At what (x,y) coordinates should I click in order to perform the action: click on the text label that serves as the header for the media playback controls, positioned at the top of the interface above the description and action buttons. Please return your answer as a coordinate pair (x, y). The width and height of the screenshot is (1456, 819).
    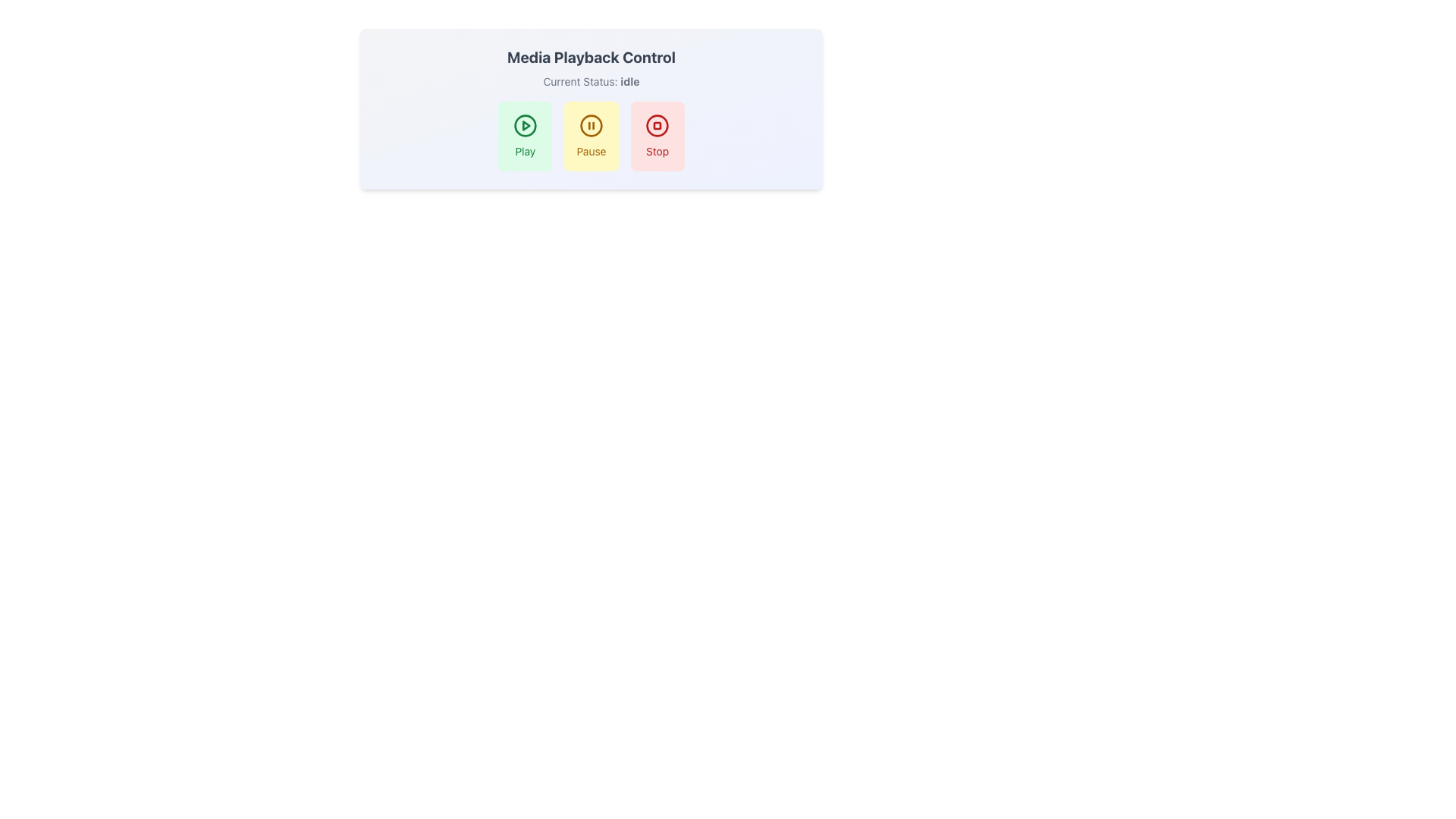
    Looking at the image, I should click on (590, 57).